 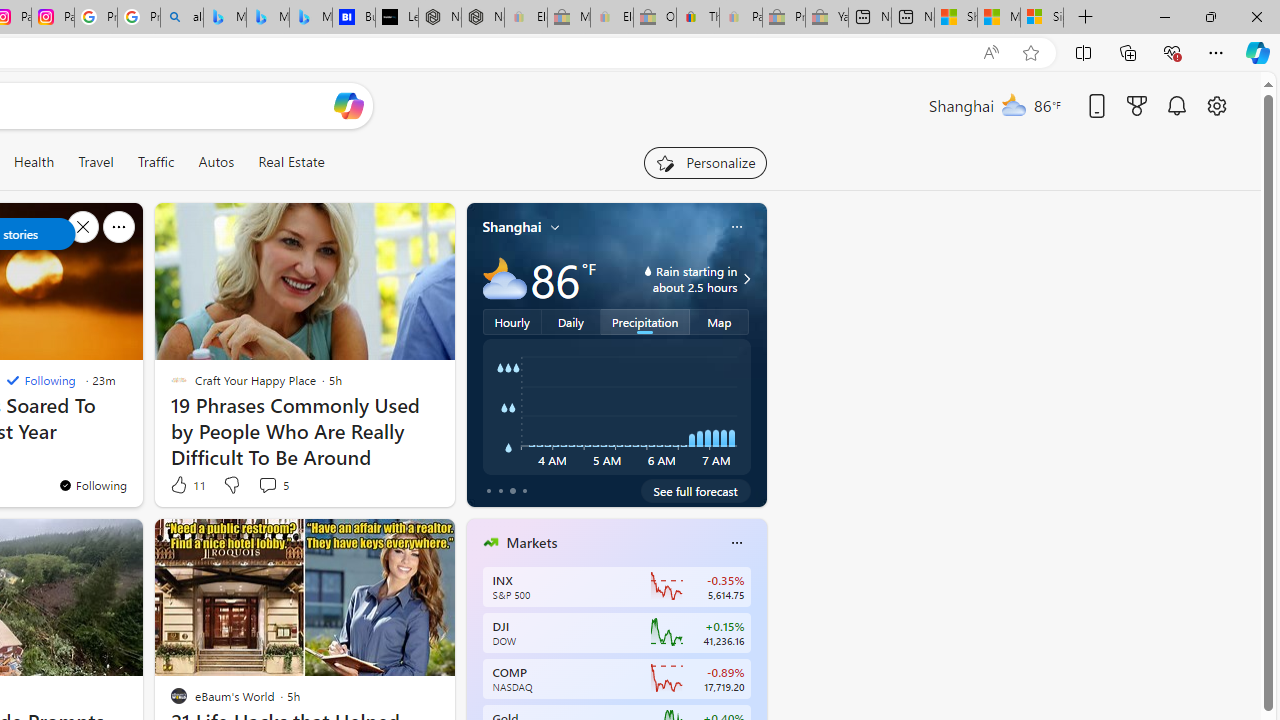 What do you see at coordinates (991, 52) in the screenshot?
I see `'Read aloud this page (Ctrl+Shift+U)'` at bounding box center [991, 52].